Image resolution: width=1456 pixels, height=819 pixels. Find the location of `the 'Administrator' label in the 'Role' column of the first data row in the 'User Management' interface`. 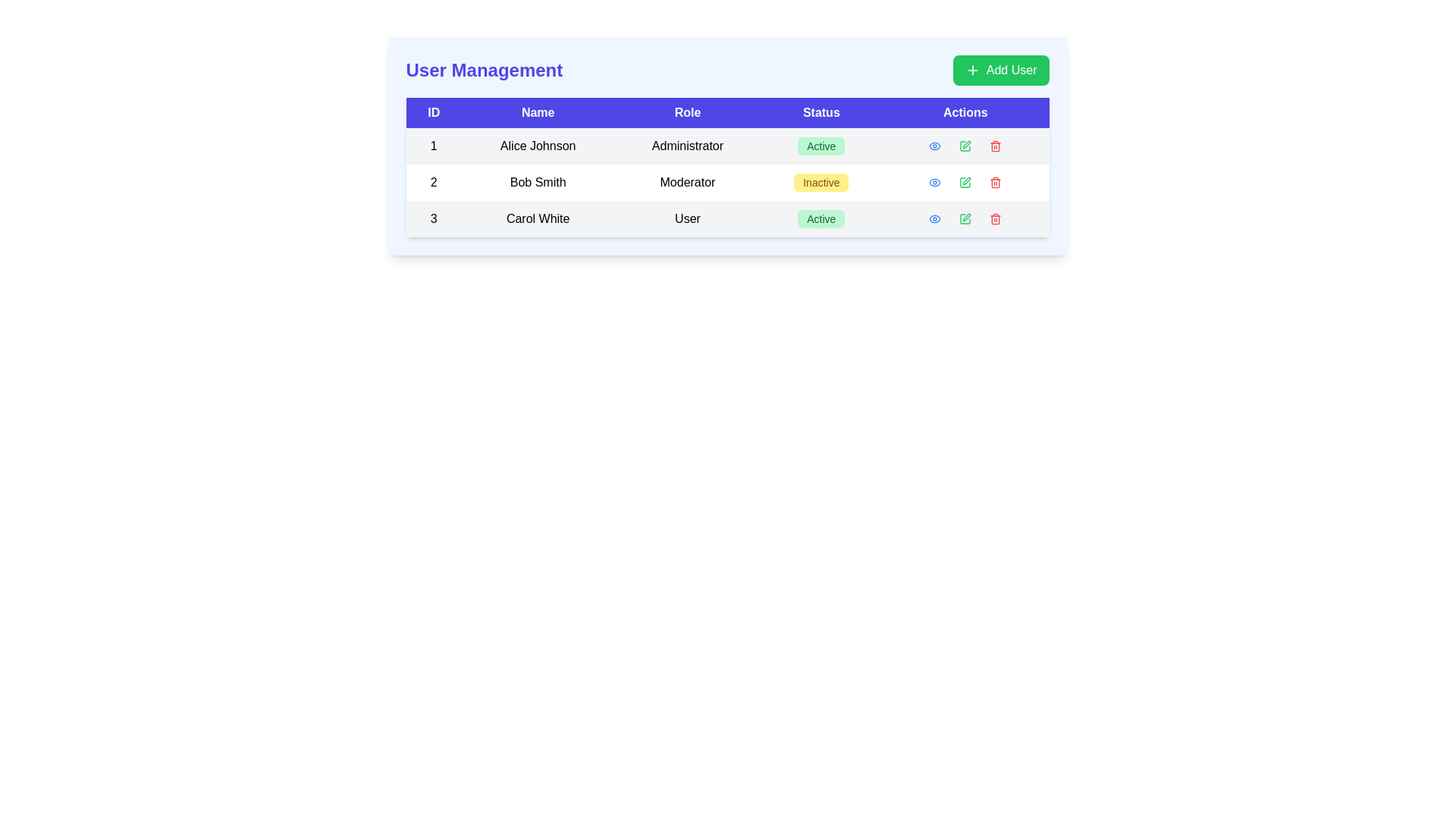

the 'Administrator' label in the 'Role' column of the first data row in the 'User Management' interface is located at coordinates (687, 146).